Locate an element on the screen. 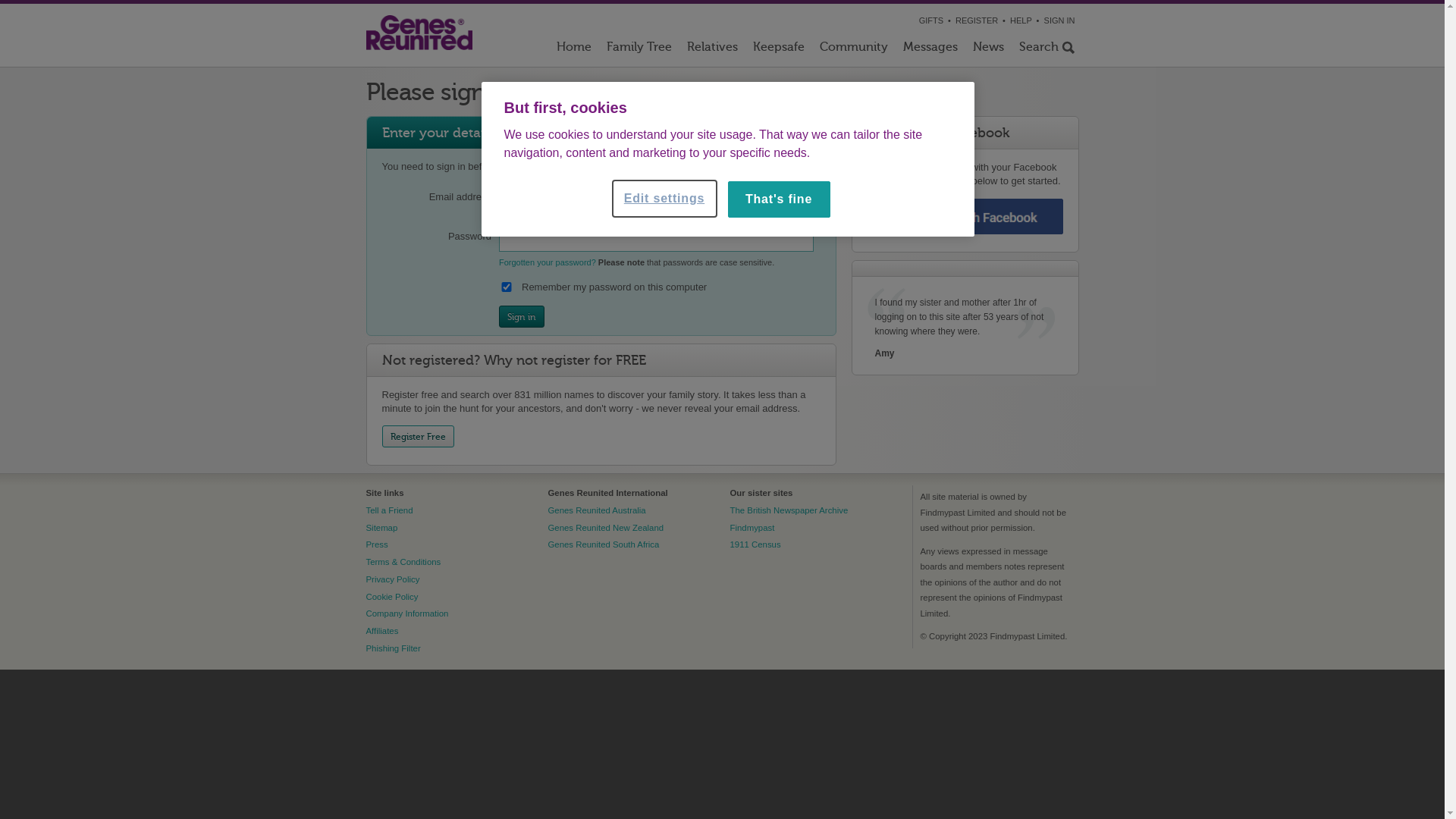 This screenshot has height=819, width=1456. 'Family Tree' is located at coordinates (598, 49).